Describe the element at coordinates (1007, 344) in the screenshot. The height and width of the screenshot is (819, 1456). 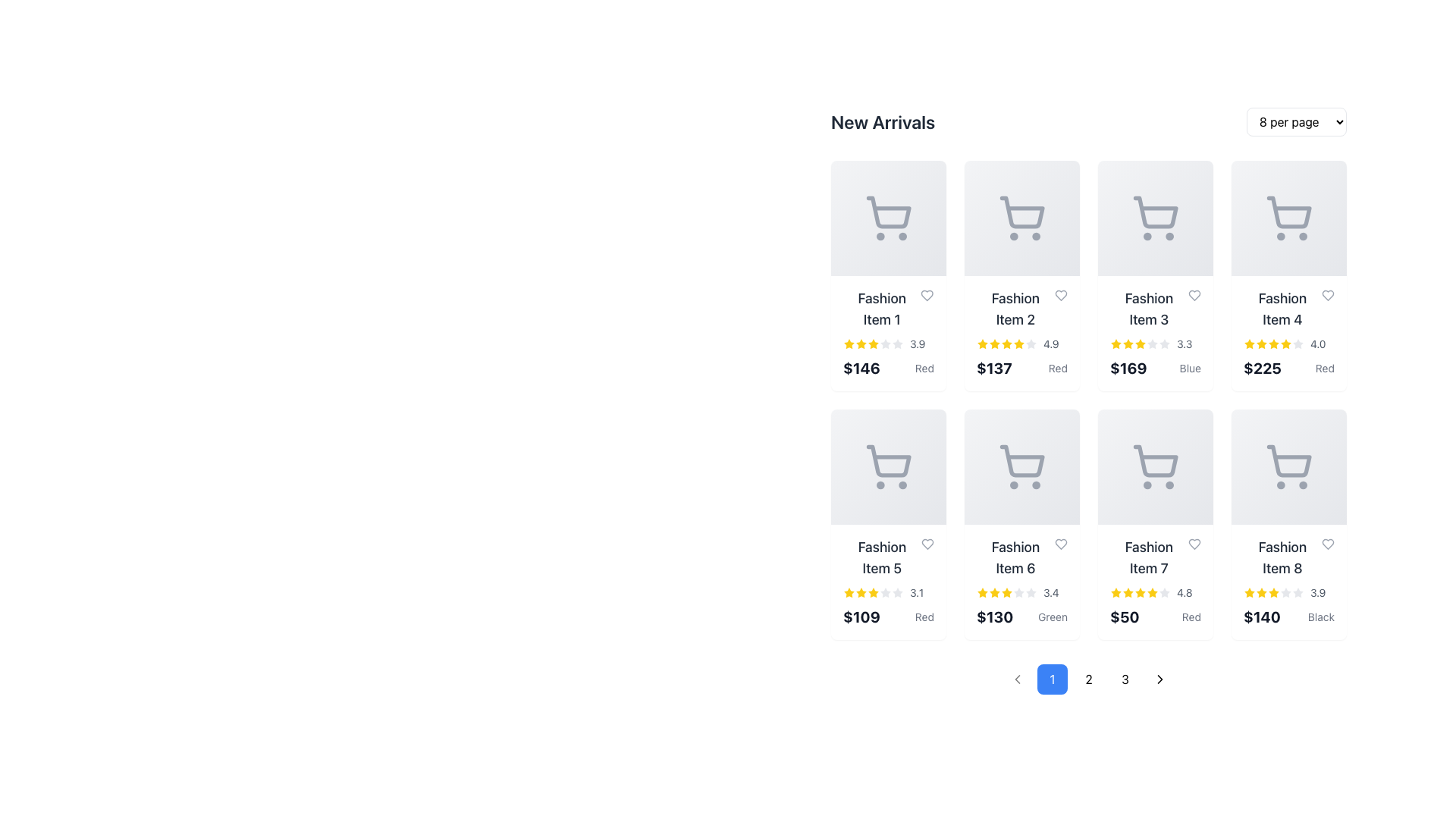
I see `the fourth star icon in the rating system under the 'Fashion Item 2' section to examine its quality representation` at that location.